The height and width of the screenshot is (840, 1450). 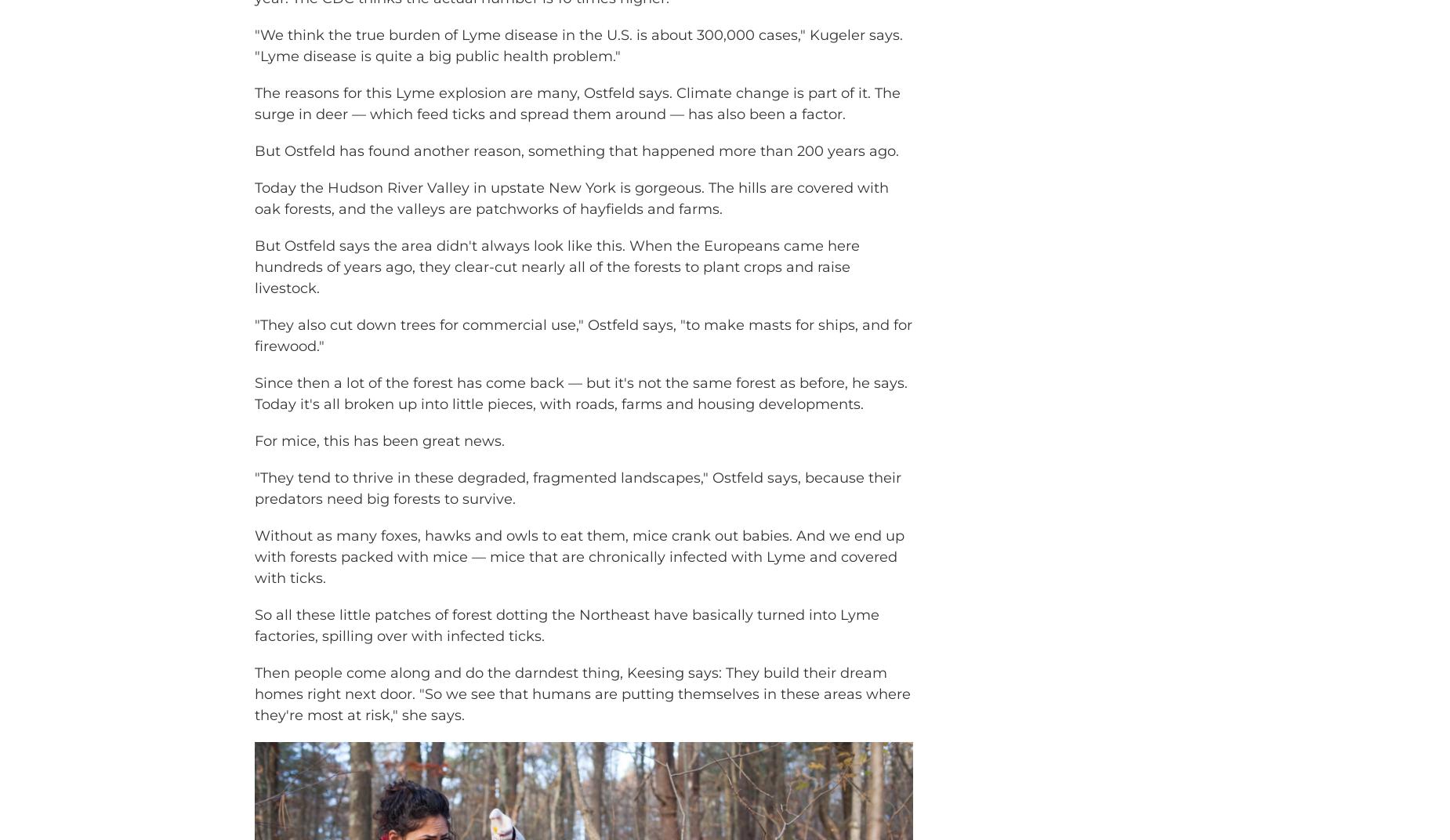 What do you see at coordinates (571, 220) in the screenshot?
I see `'Today the Hudson River Valley in upstate New York is gorgeous. The hills are covered with oak forests, and the valleys are patchworks of hayfields and farms.'` at bounding box center [571, 220].